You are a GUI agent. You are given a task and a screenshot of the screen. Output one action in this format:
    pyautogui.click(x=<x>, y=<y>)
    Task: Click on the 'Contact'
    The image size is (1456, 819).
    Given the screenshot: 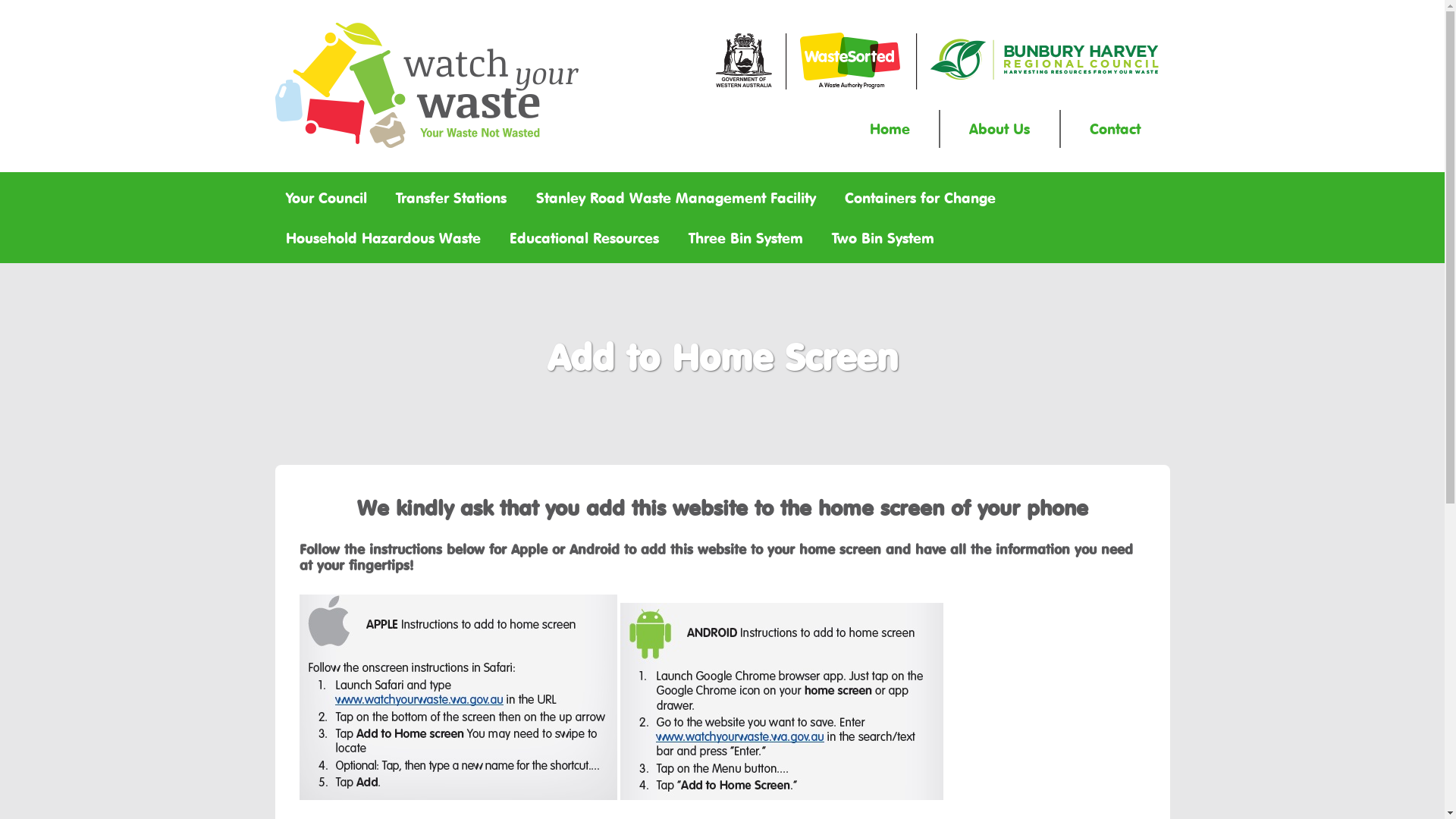 What is the action you would take?
    pyautogui.click(x=1115, y=127)
    